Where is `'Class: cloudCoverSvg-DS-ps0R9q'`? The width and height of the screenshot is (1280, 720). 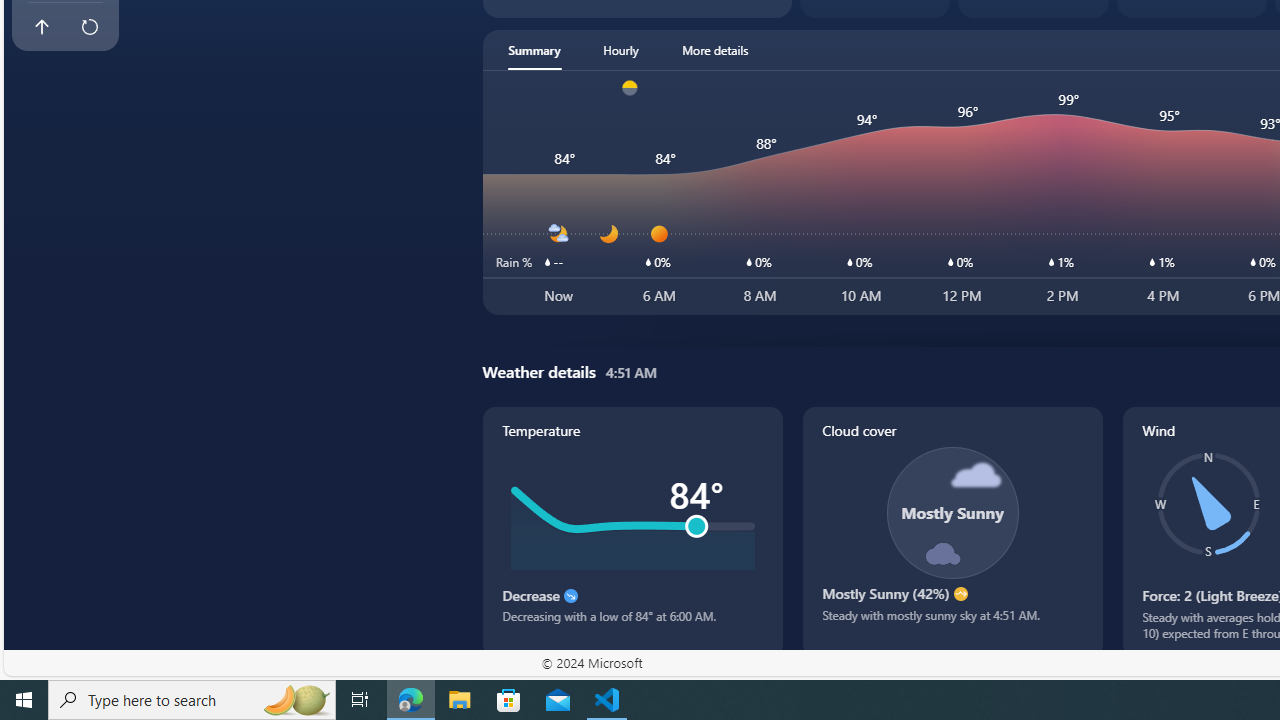 'Class: cloudCoverSvg-DS-ps0R9q' is located at coordinates (951, 512).